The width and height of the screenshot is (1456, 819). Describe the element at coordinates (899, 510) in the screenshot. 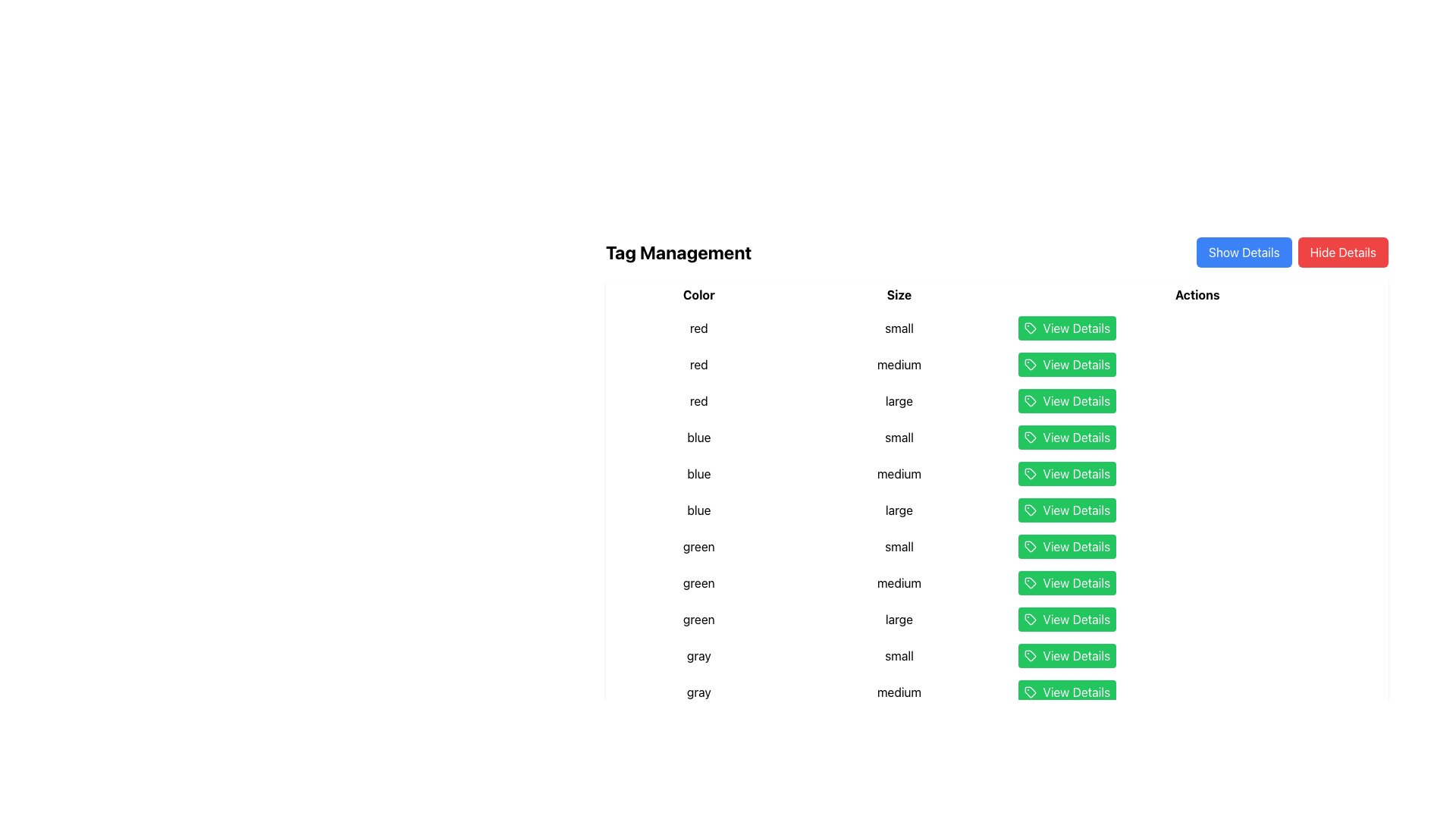

I see `the text element displaying 'large' in black, located under the 'Size' column in the second row of the table` at that location.